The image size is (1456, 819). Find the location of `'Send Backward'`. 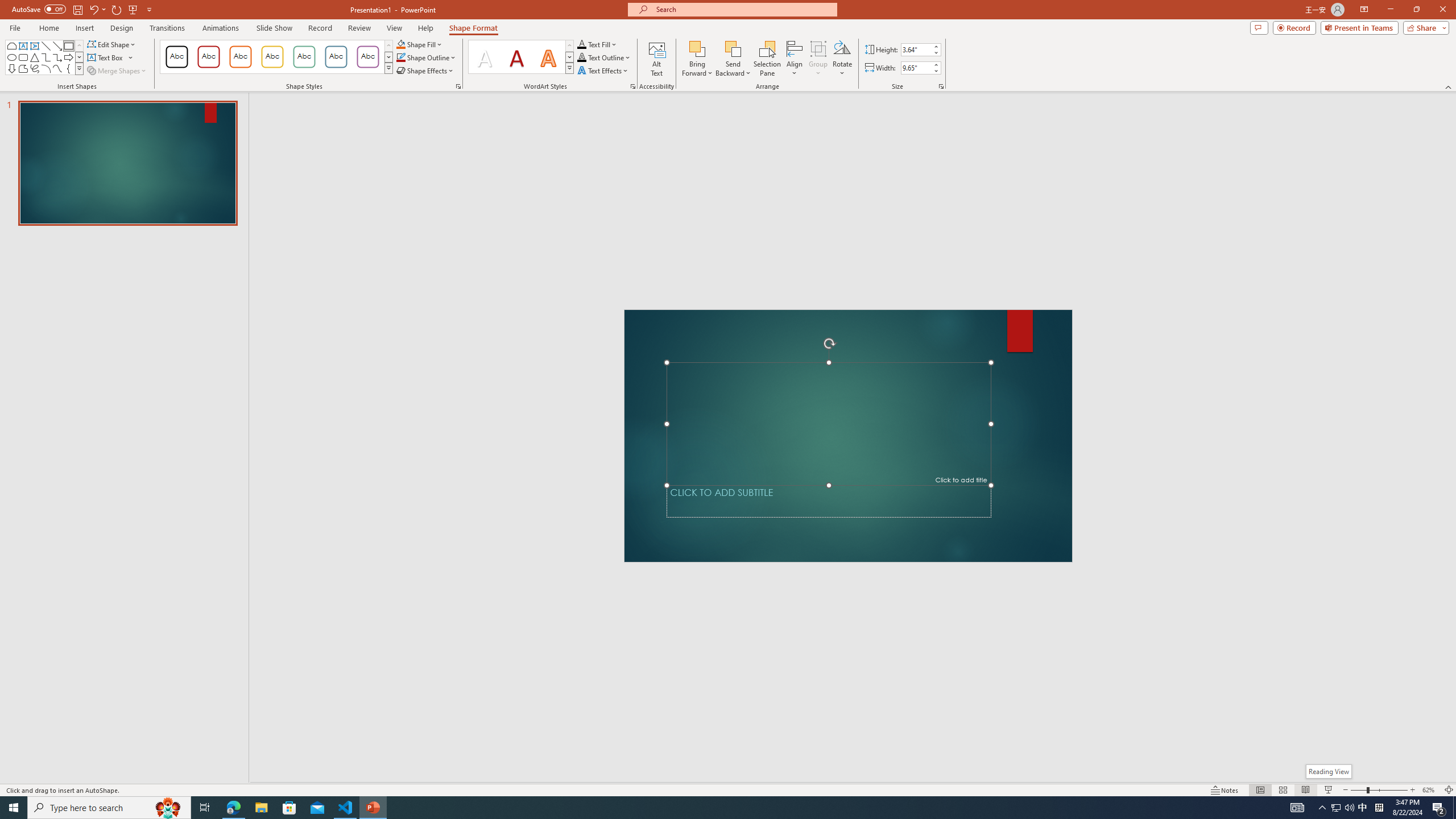

'Send Backward' is located at coordinates (733, 48).